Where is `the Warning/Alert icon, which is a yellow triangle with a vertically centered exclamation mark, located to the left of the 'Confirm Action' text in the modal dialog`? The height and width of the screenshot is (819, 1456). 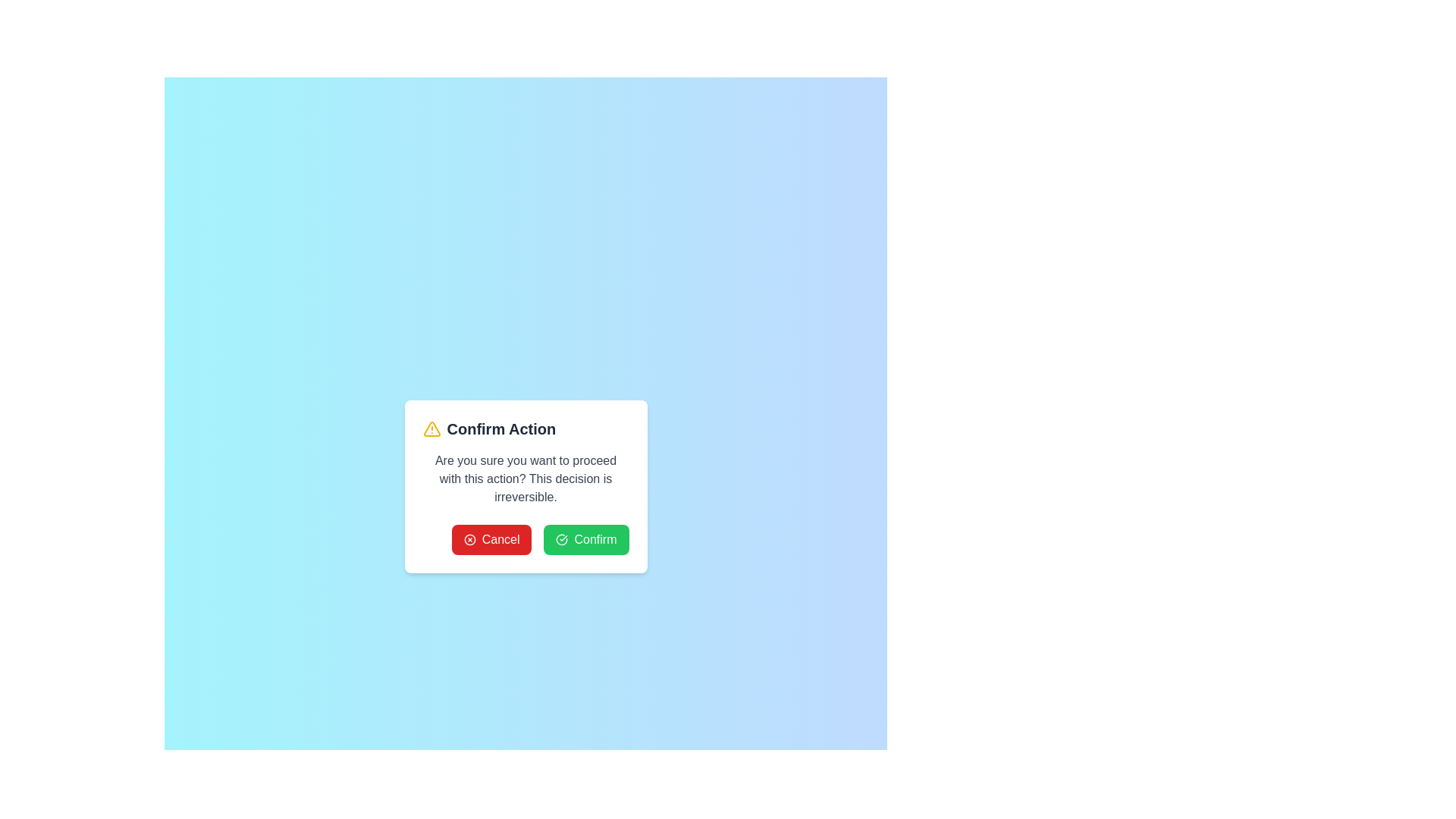
the Warning/Alert icon, which is a yellow triangle with a vertically centered exclamation mark, located to the left of the 'Confirm Action' text in the modal dialog is located at coordinates (431, 429).